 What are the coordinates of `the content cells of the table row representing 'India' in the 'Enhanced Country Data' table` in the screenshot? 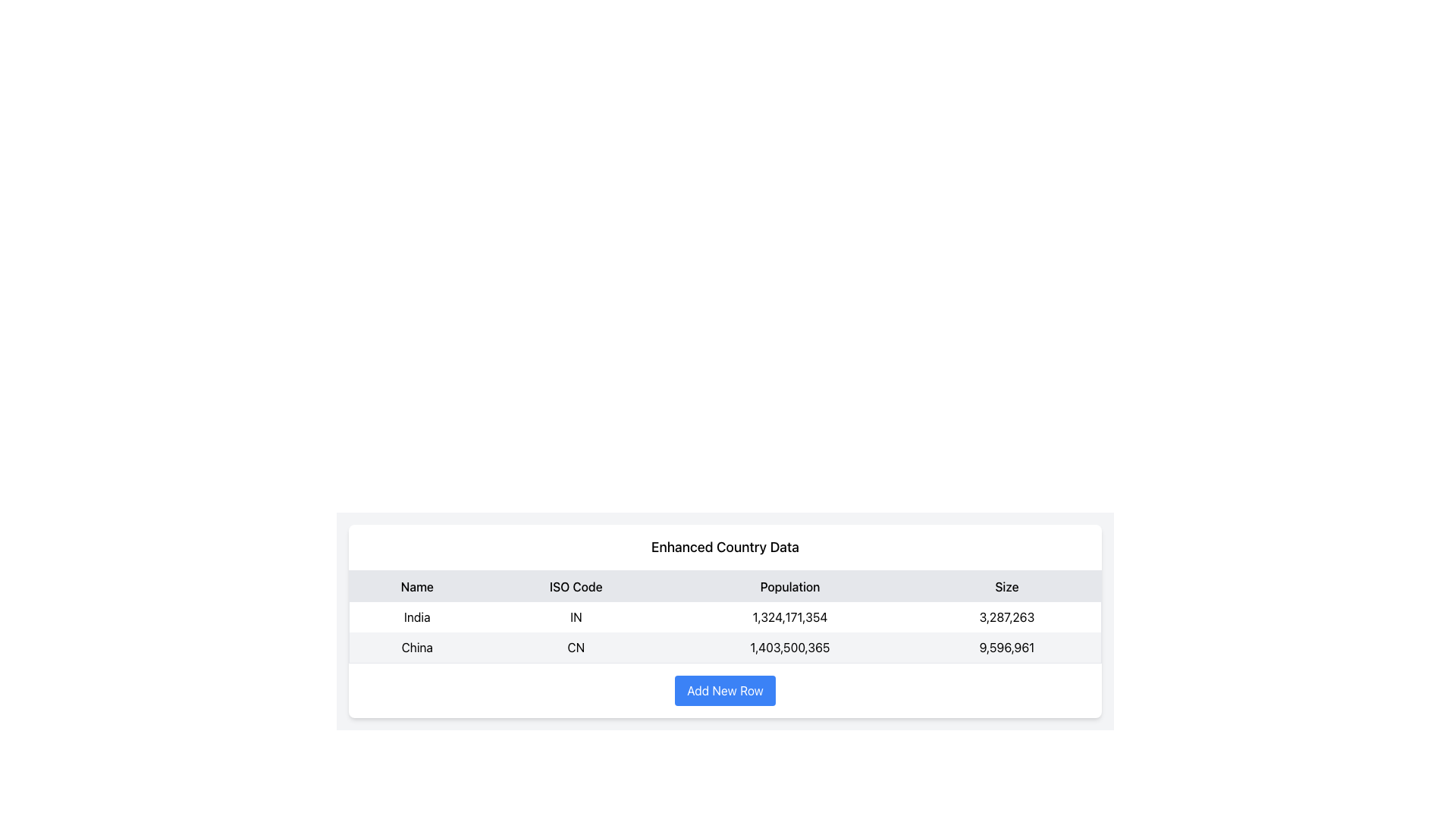 It's located at (724, 617).